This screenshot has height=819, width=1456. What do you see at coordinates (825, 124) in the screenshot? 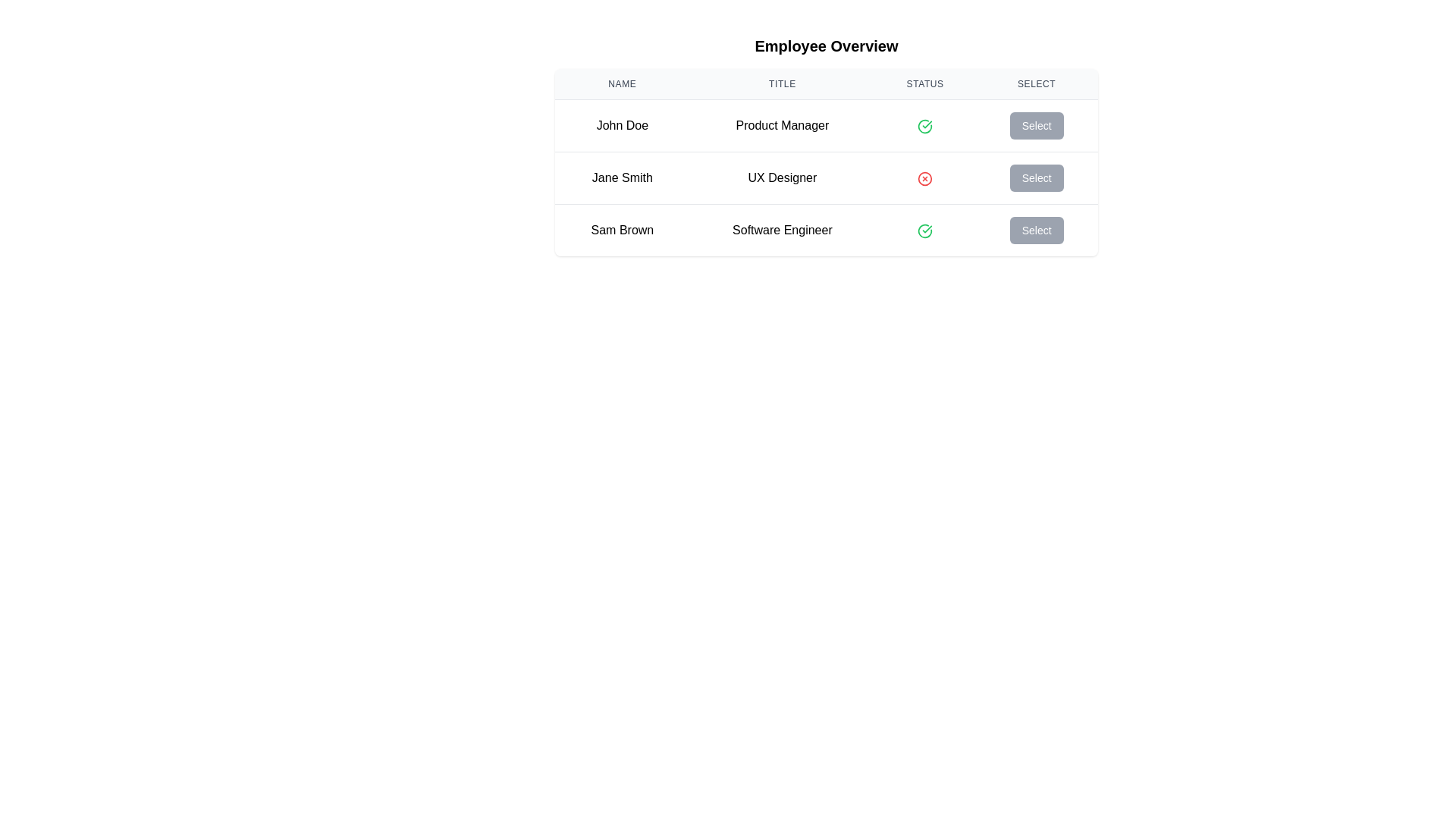
I see `information in the topmost row of the 'Employee Overview' table containing the name 'John Doe', title 'Product Manager', and a 'Select' button` at bounding box center [825, 124].